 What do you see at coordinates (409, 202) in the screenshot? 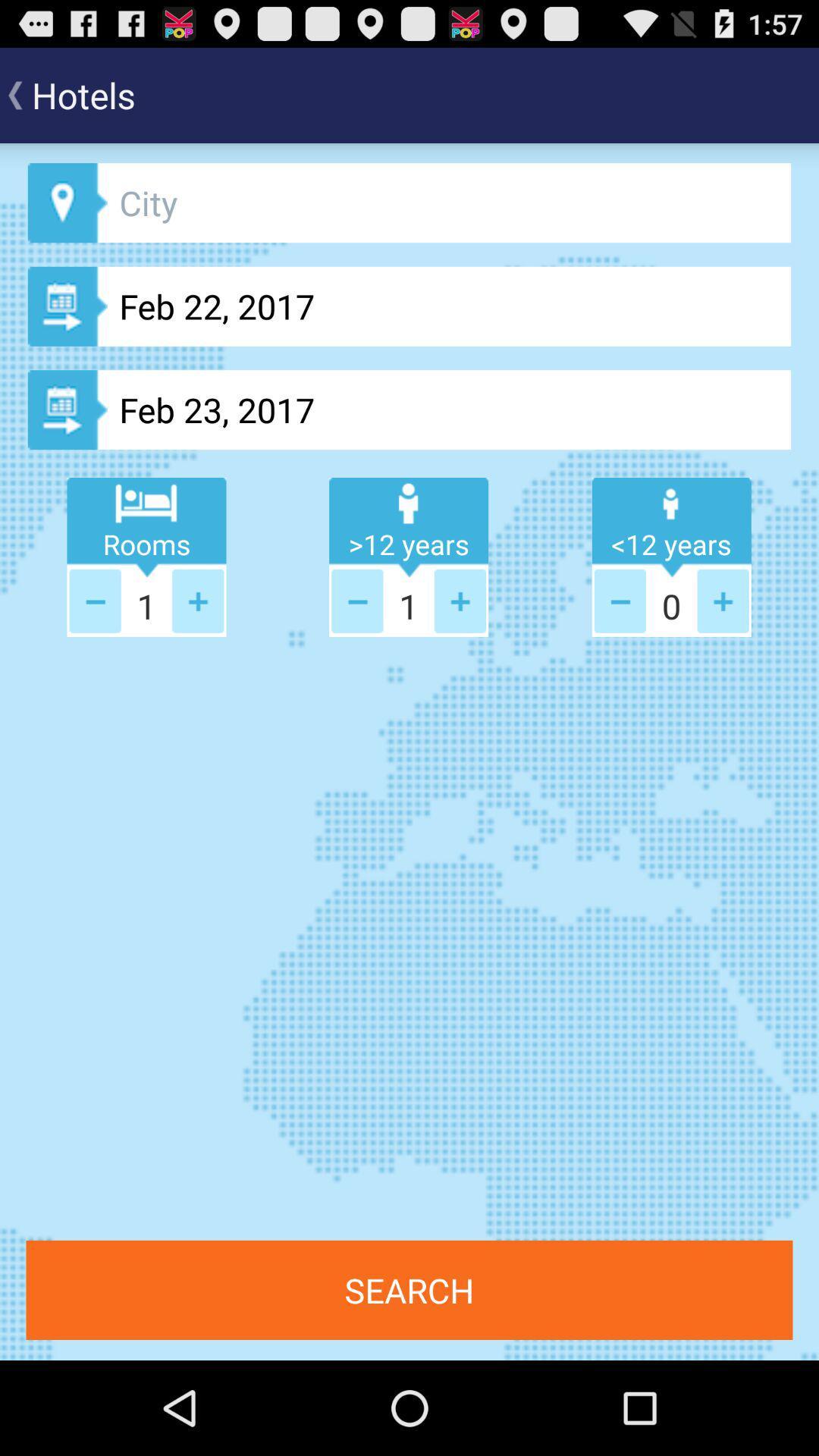
I see `city` at bounding box center [409, 202].